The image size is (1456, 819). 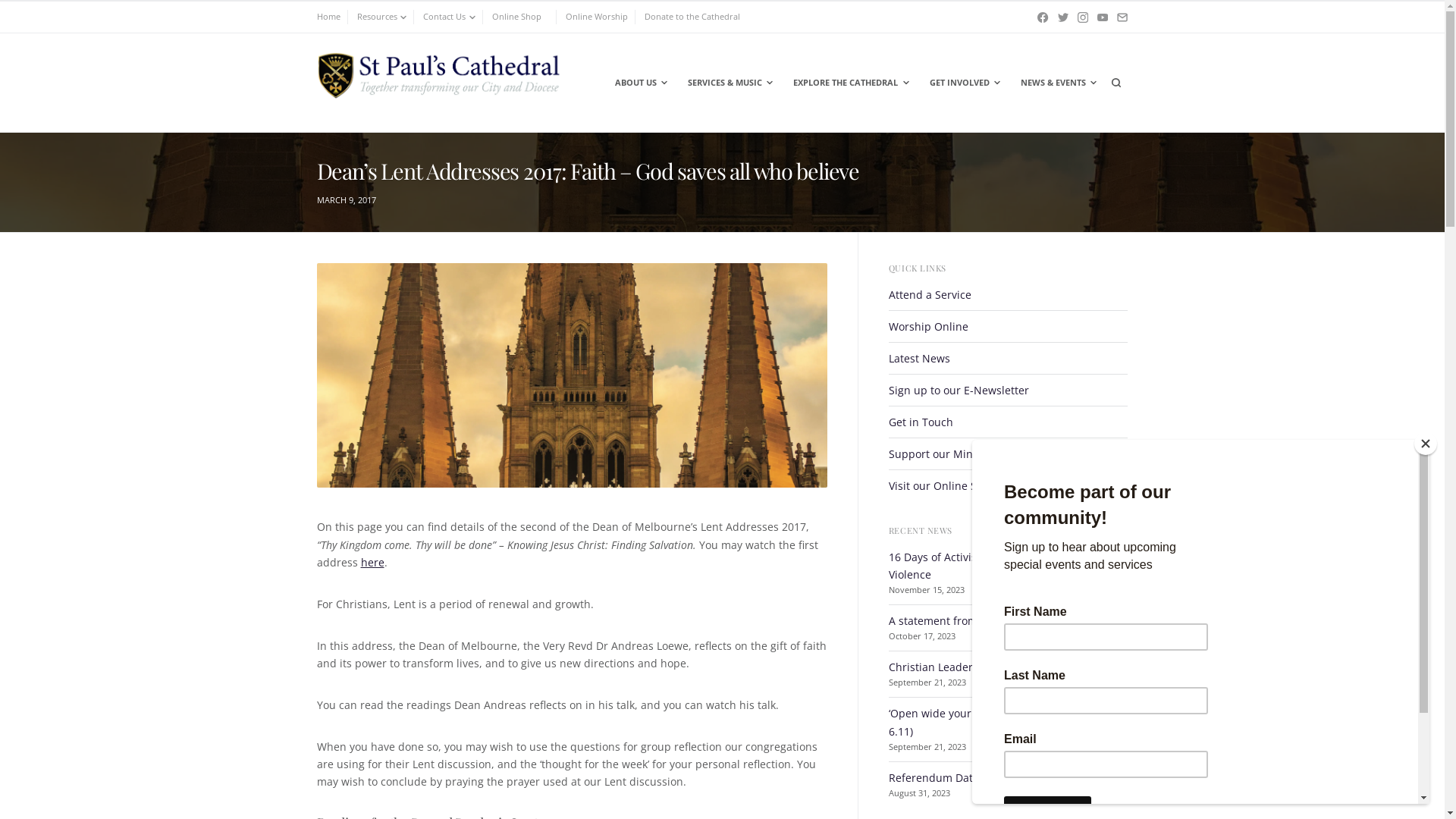 I want to click on 'SERVICES & MUSIC', so click(x=729, y=82).